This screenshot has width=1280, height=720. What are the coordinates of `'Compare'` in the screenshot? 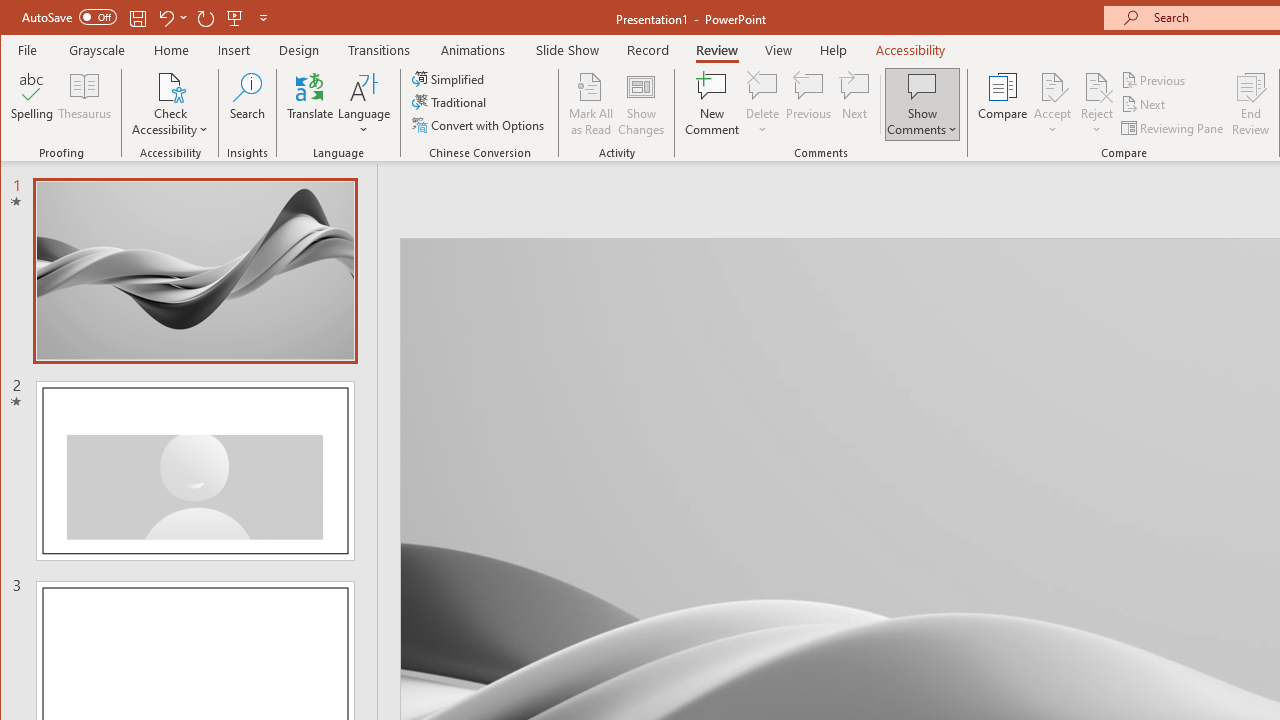 It's located at (1002, 104).